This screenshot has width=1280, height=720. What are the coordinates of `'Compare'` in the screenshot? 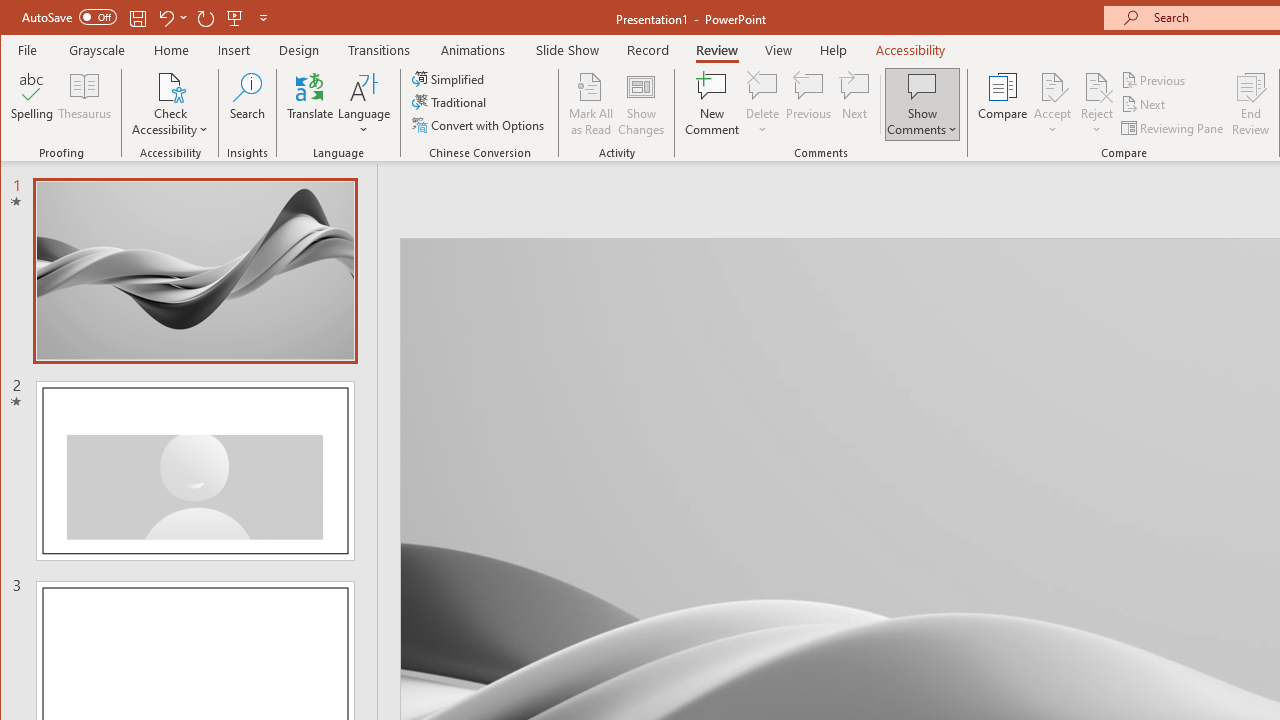 It's located at (1002, 104).